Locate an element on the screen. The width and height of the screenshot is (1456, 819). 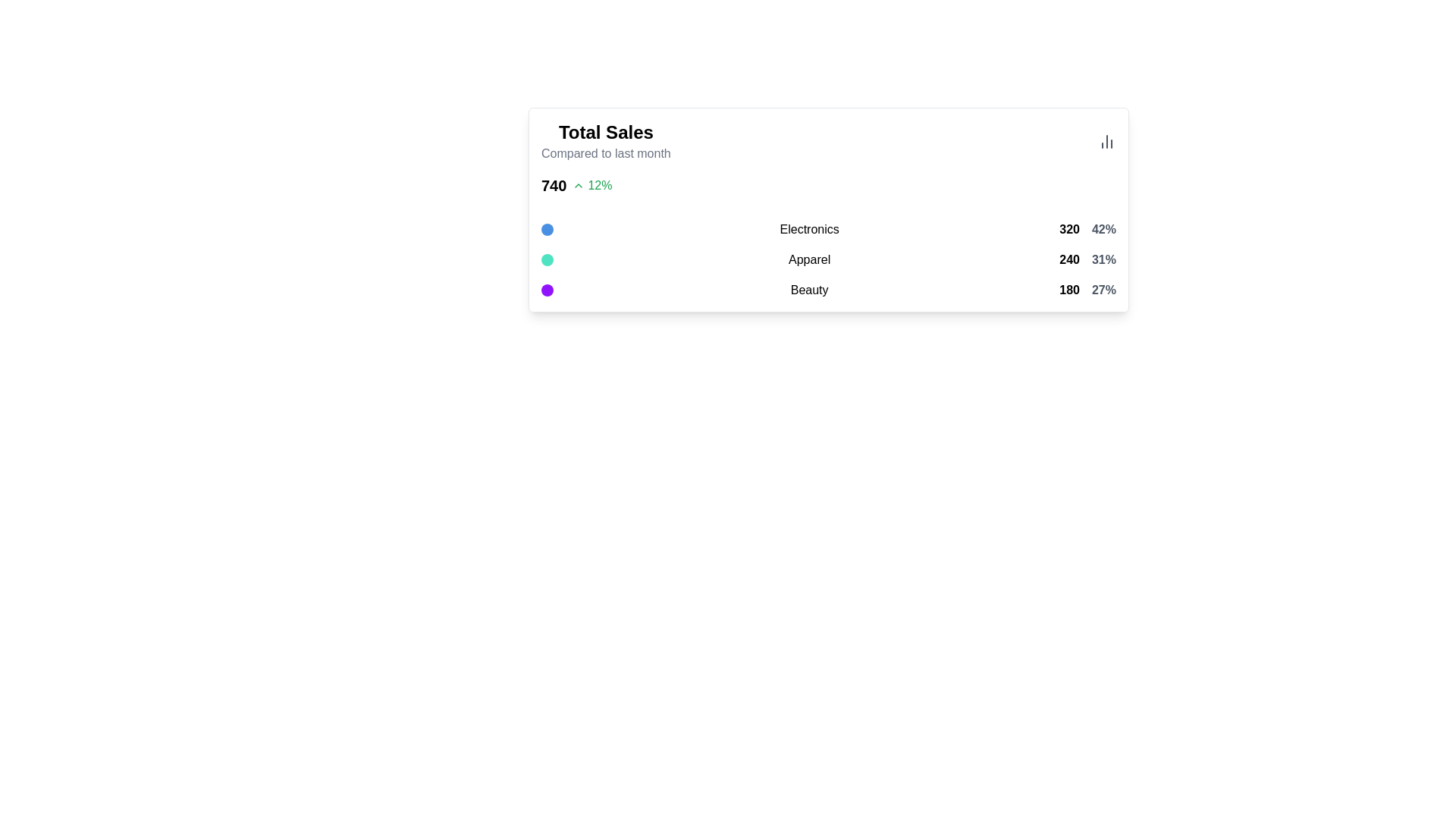
the 'Electronics' text label, which is bold and black, located in the second row of a category list, positioned between a blue circular indicator and numerical data is located at coordinates (808, 230).